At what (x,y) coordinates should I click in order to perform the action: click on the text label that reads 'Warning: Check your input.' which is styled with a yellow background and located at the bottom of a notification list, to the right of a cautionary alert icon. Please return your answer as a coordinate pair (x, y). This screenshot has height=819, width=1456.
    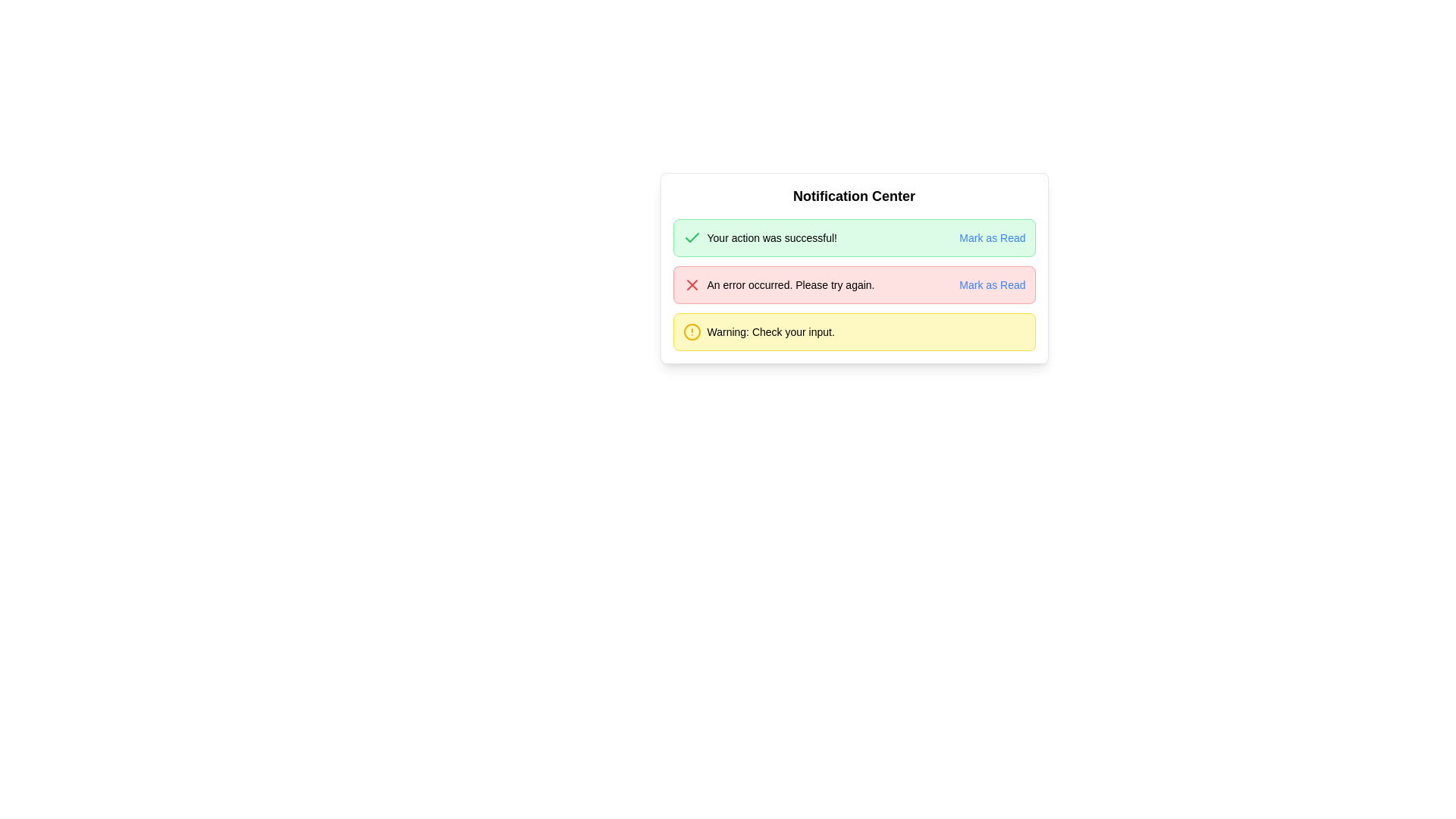
    Looking at the image, I should click on (770, 331).